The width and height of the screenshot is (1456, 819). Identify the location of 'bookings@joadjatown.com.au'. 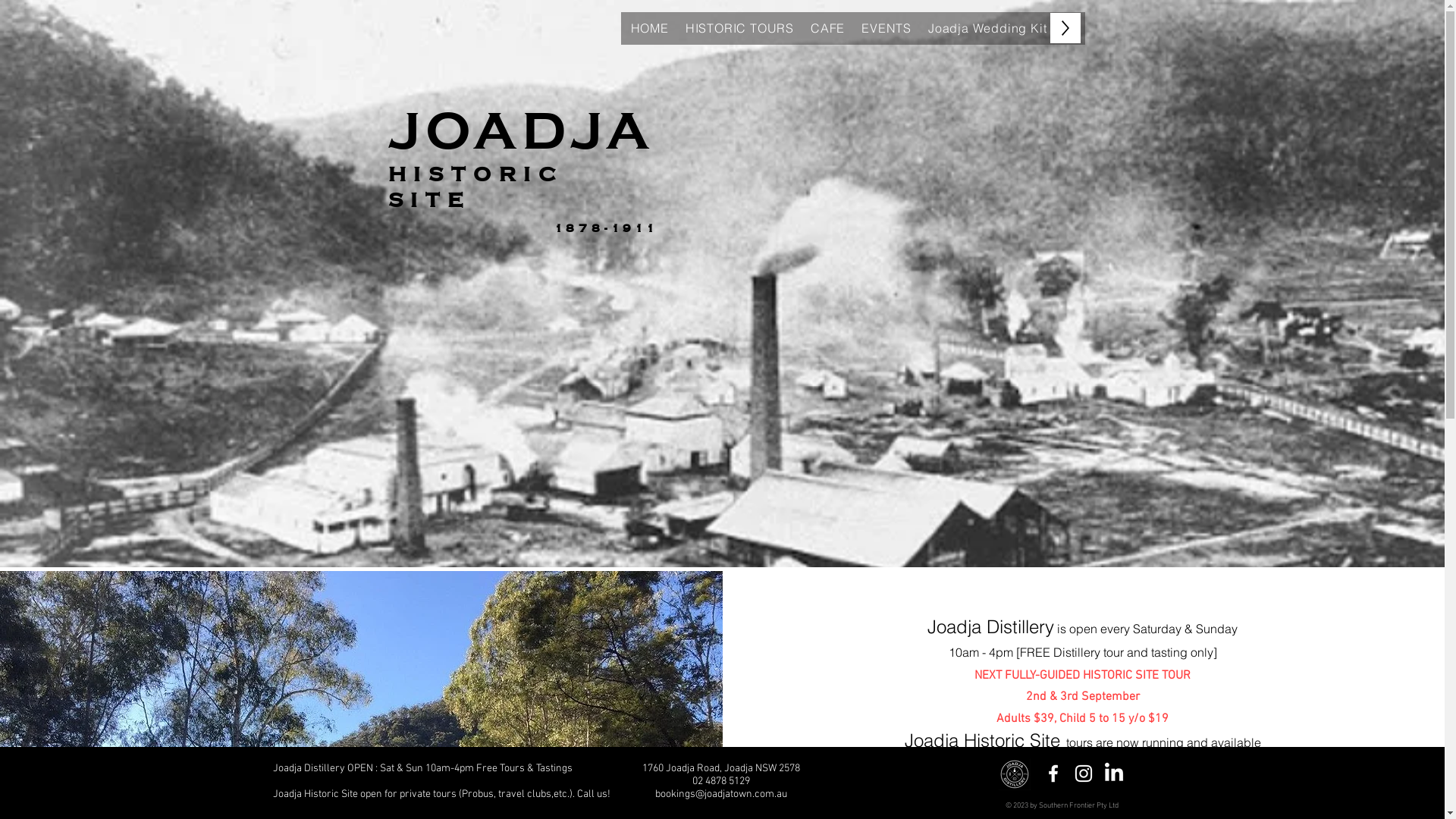
(720, 793).